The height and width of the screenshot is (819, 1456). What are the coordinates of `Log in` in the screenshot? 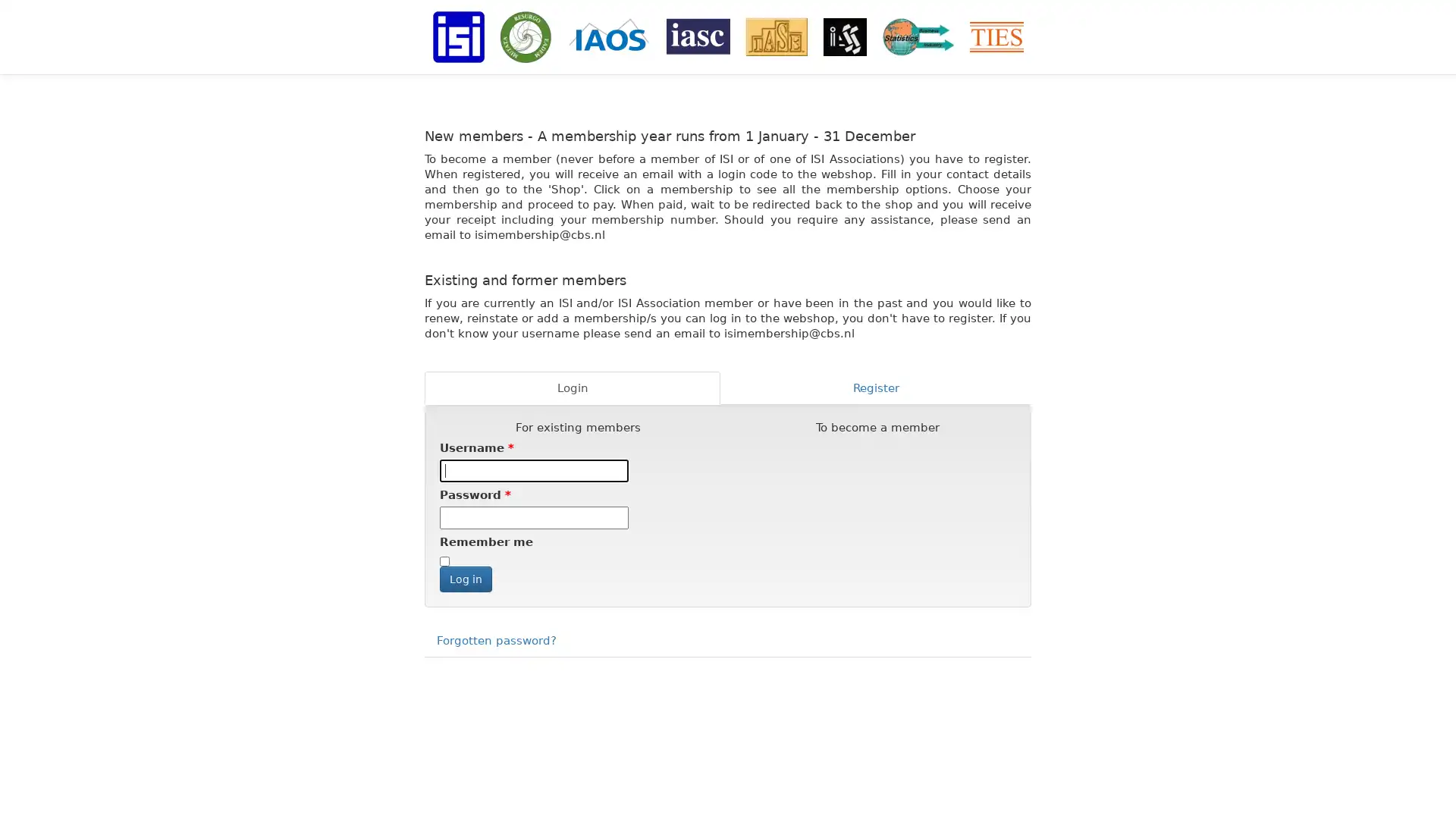 It's located at (465, 579).